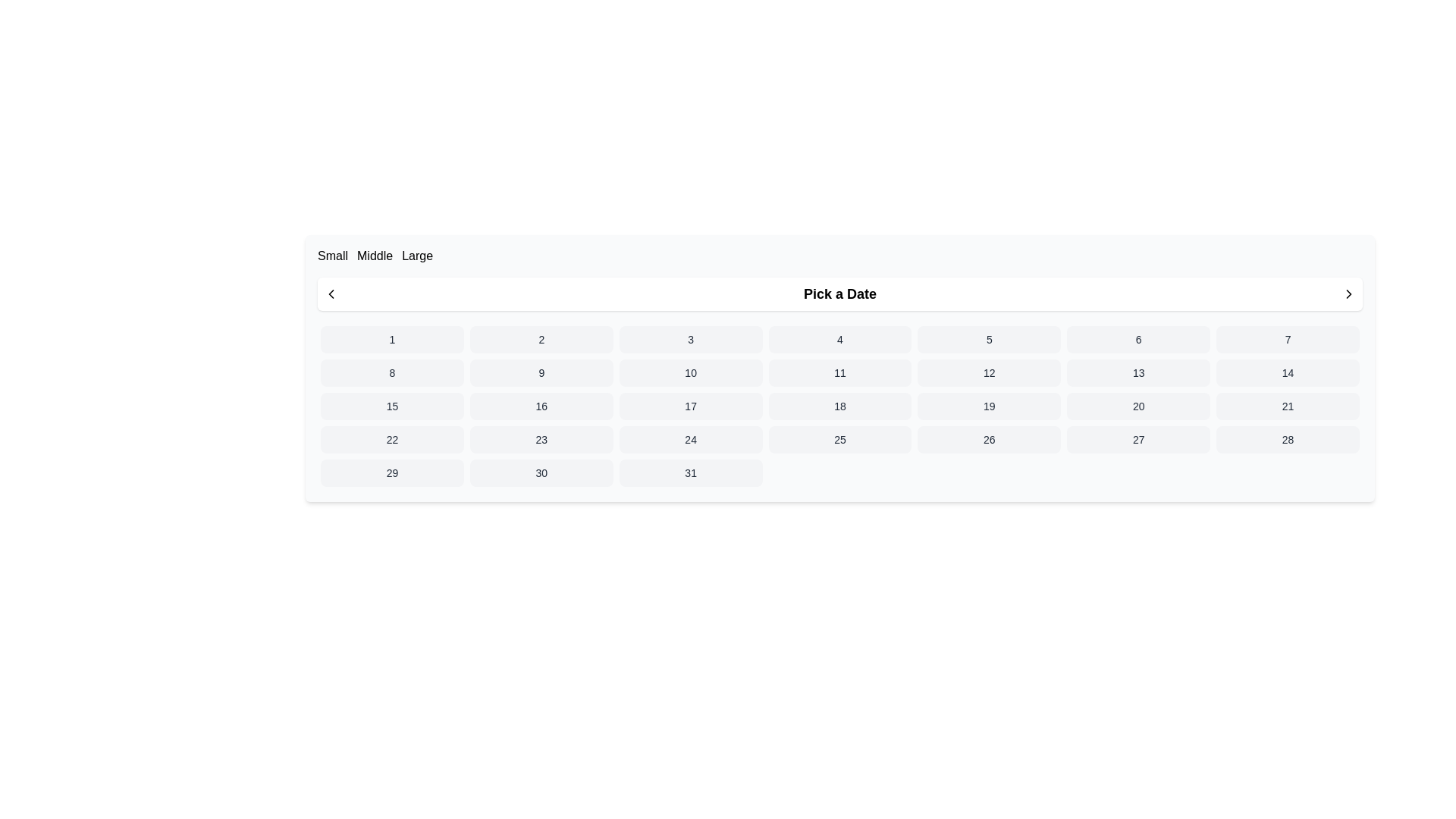  What do you see at coordinates (690, 373) in the screenshot?
I see `the day selection button for the 10th of the month` at bounding box center [690, 373].